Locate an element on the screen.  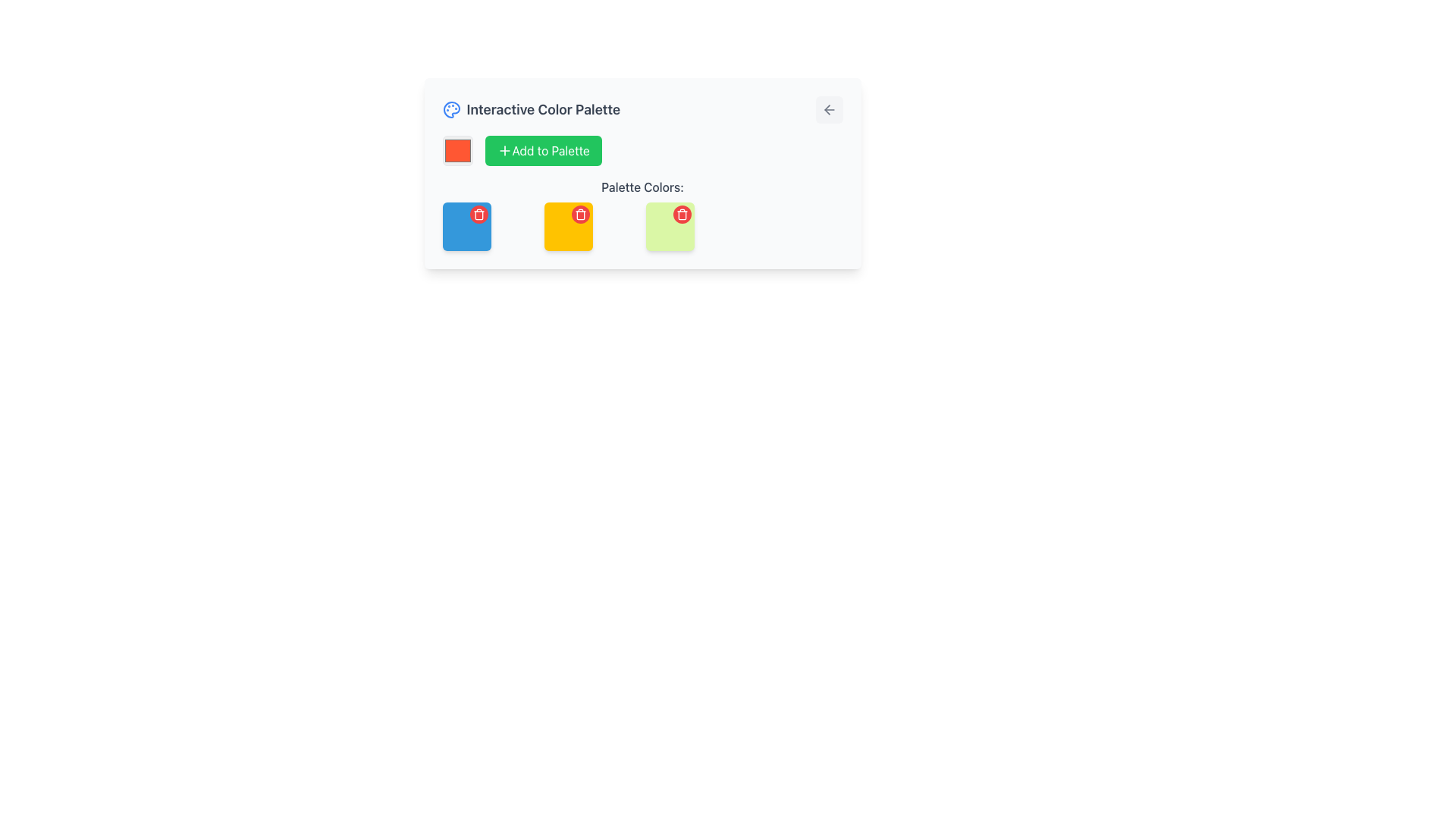
the color area of the fourth color swatch with a light green background in the 'Palette Colors' section is located at coordinates (669, 227).